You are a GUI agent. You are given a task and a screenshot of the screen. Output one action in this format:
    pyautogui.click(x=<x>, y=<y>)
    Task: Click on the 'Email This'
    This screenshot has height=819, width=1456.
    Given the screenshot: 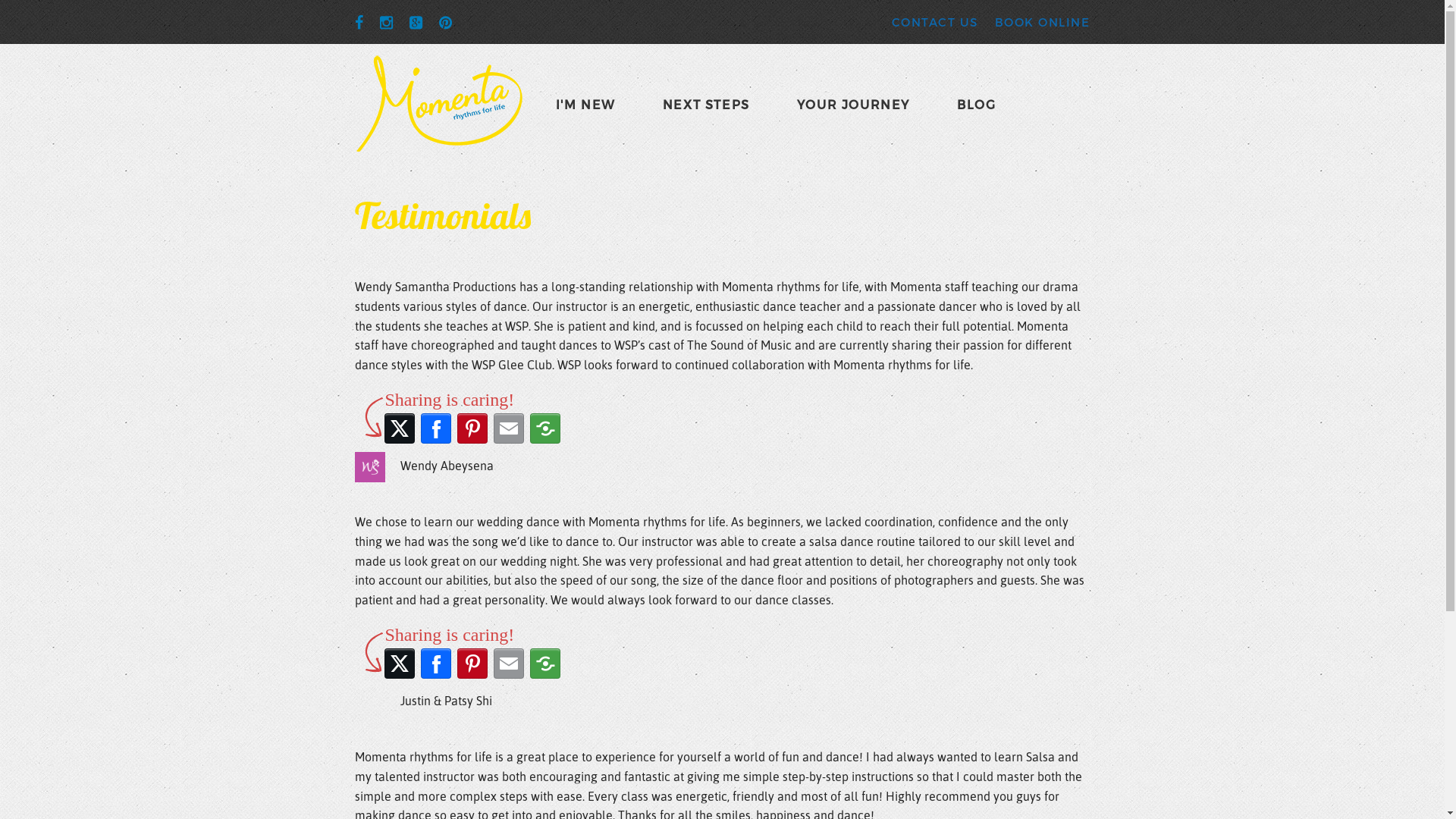 What is the action you would take?
    pyautogui.click(x=508, y=428)
    